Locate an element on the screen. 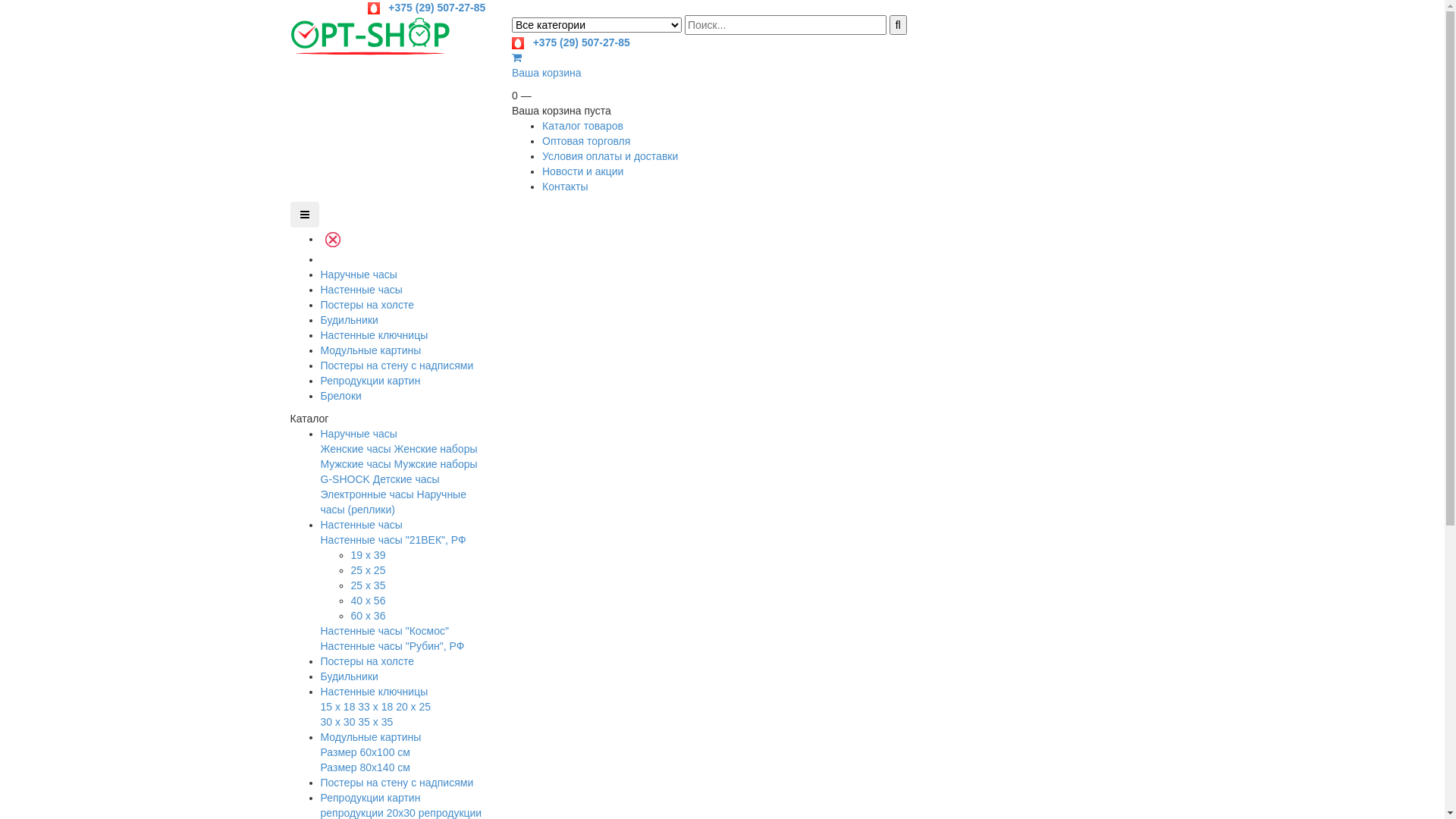 The width and height of the screenshot is (1456, 819). 'G-SHOCK' is located at coordinates (344, 479).